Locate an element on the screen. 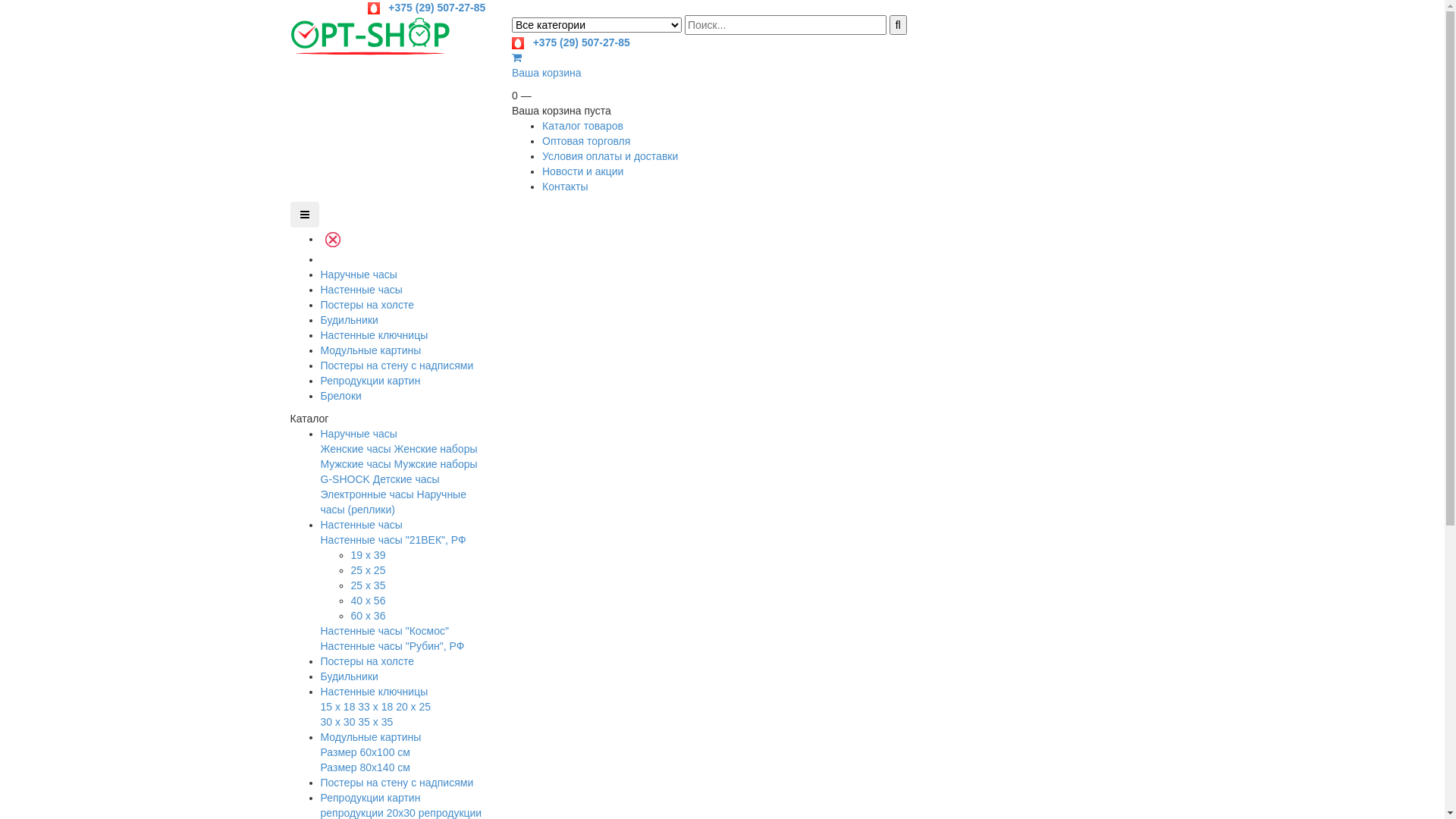 The width and height of the screenshot is (1456, 819). 'G-SHOCK' is located at coordinates (344, 479).